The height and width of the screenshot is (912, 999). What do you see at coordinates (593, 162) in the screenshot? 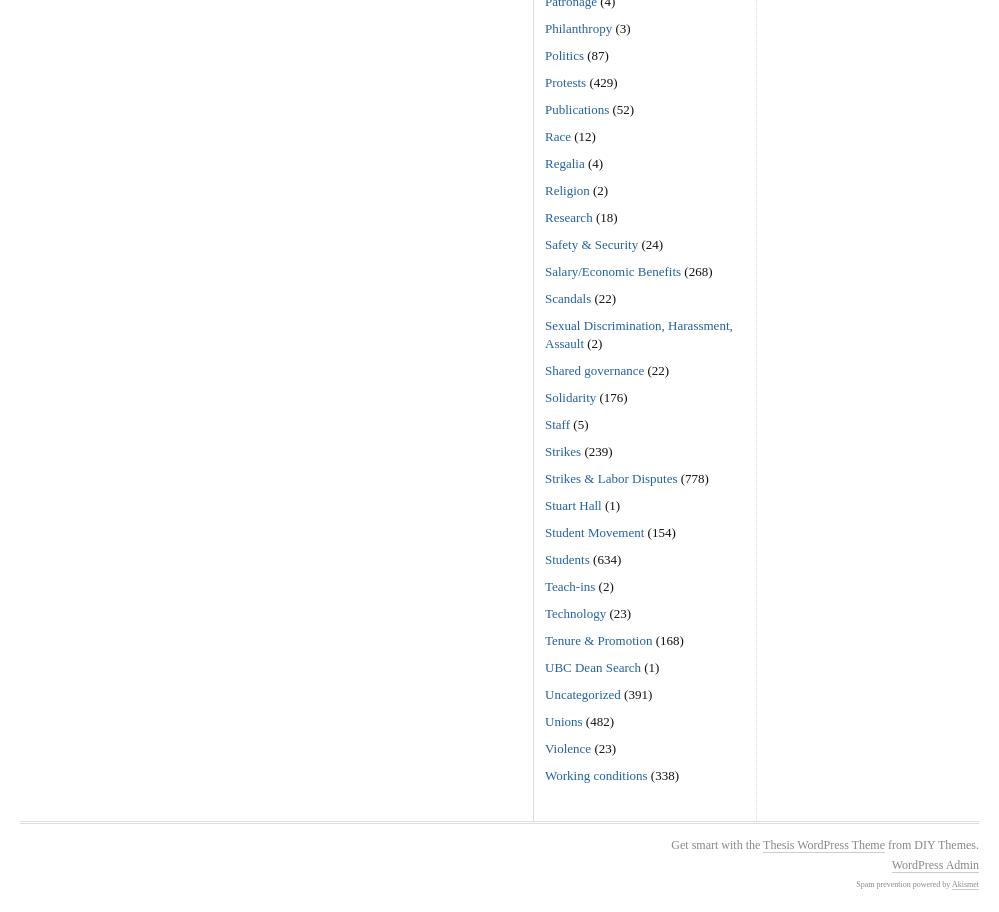
I see `'(4)'` at bounding box center [593, 162].